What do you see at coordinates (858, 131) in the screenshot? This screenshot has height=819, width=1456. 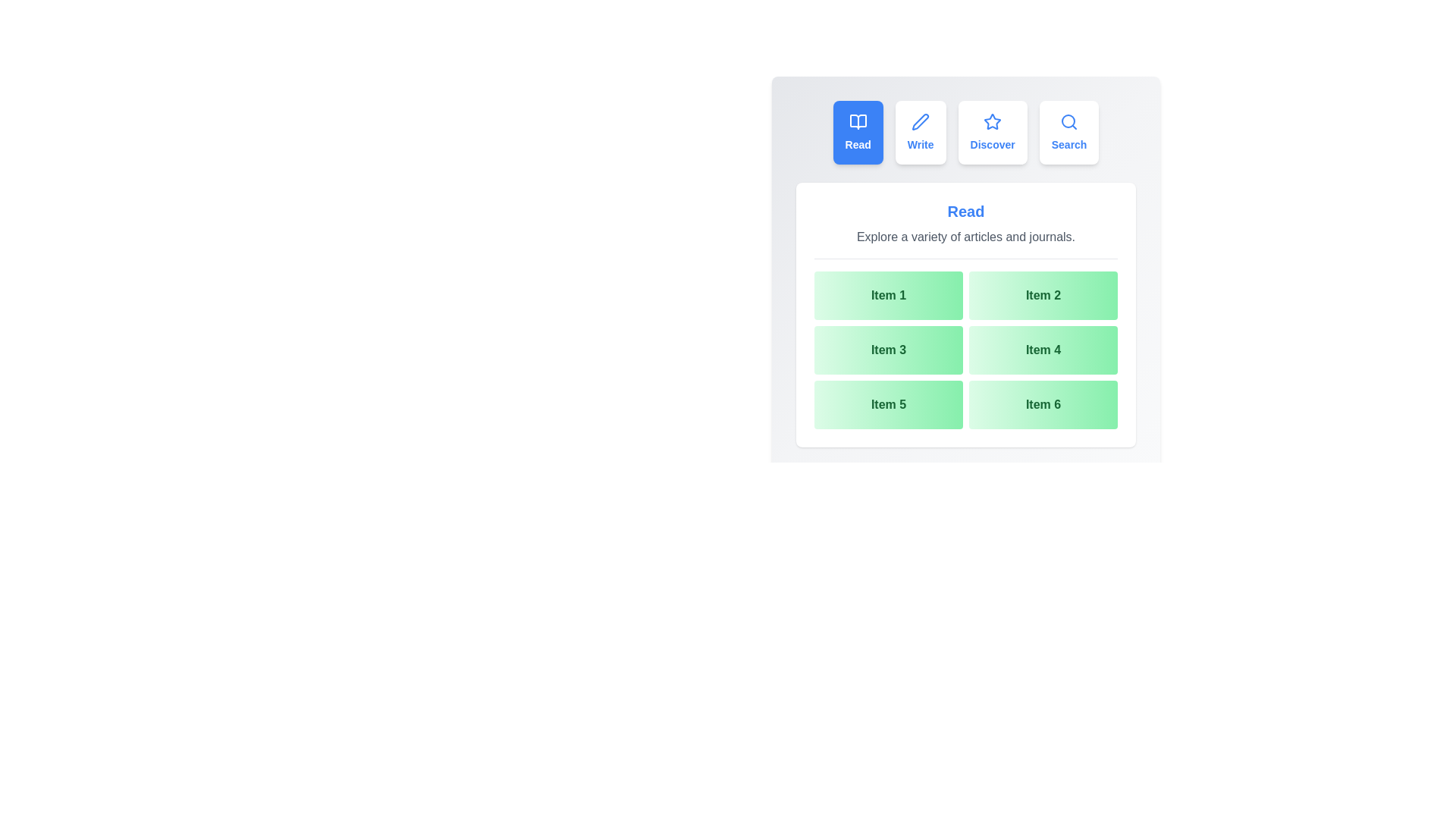 I see `the tab labeled Read to preview its hover effect` at bounding box center [858, 131].